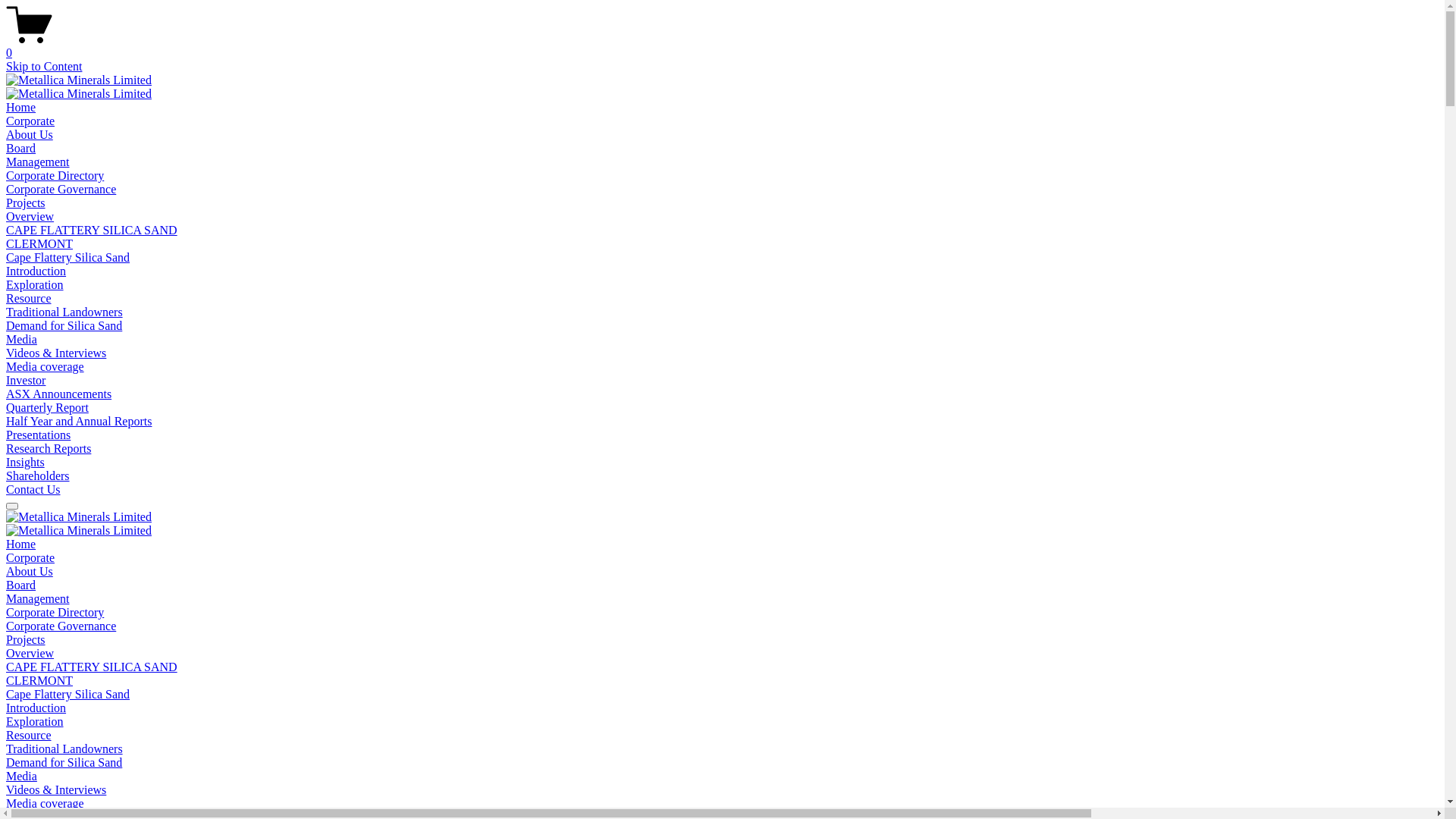  What do you see at coordinates (6, 734) in the screenshot?
I see `'Resource'` at bounding box center [6, 734].